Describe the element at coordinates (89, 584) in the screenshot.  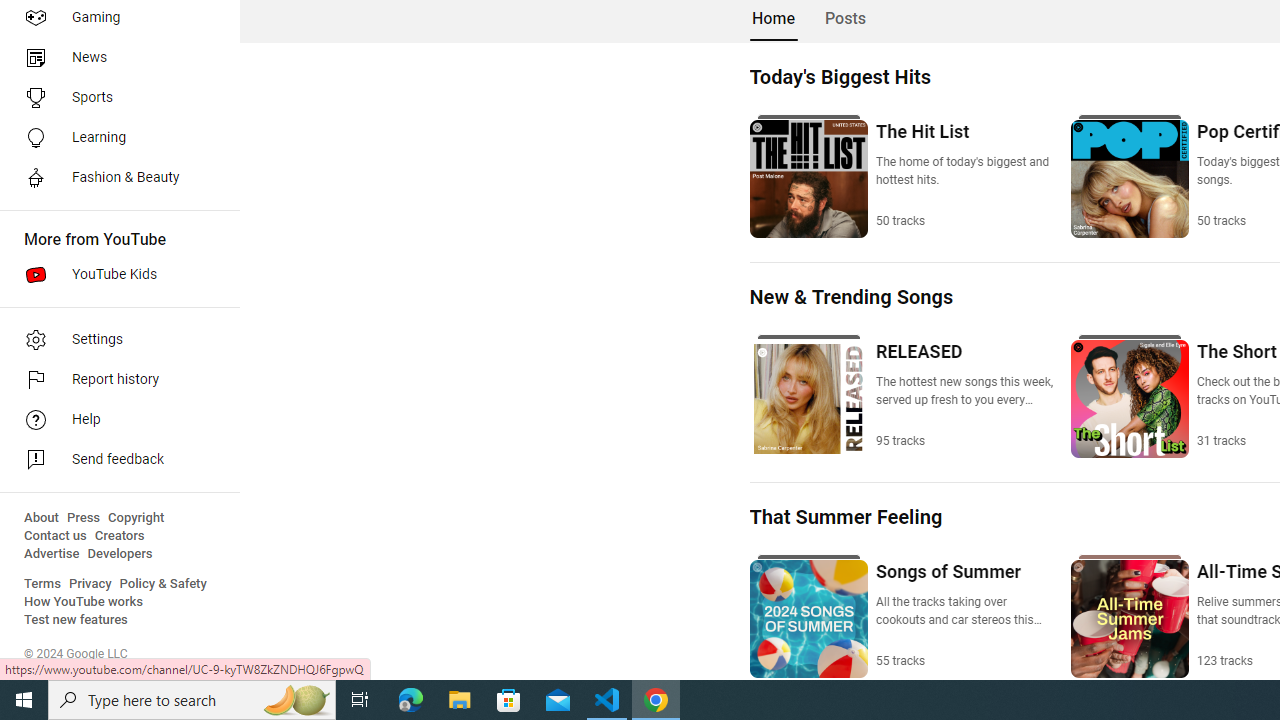
I see `'Privacy'` at that location.